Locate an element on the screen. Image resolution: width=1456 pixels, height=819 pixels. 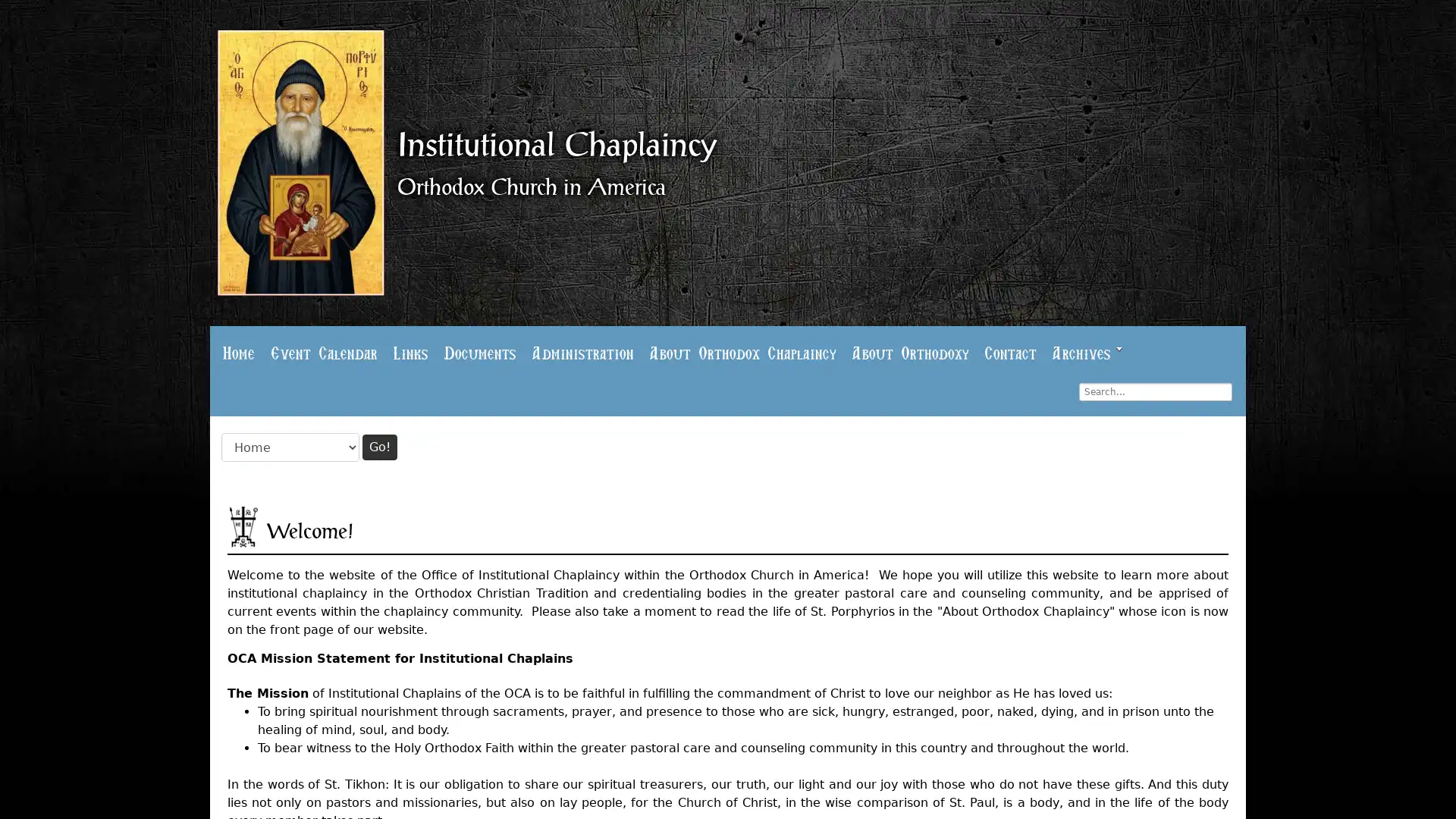
Go! is located at coordinates (379, 444).